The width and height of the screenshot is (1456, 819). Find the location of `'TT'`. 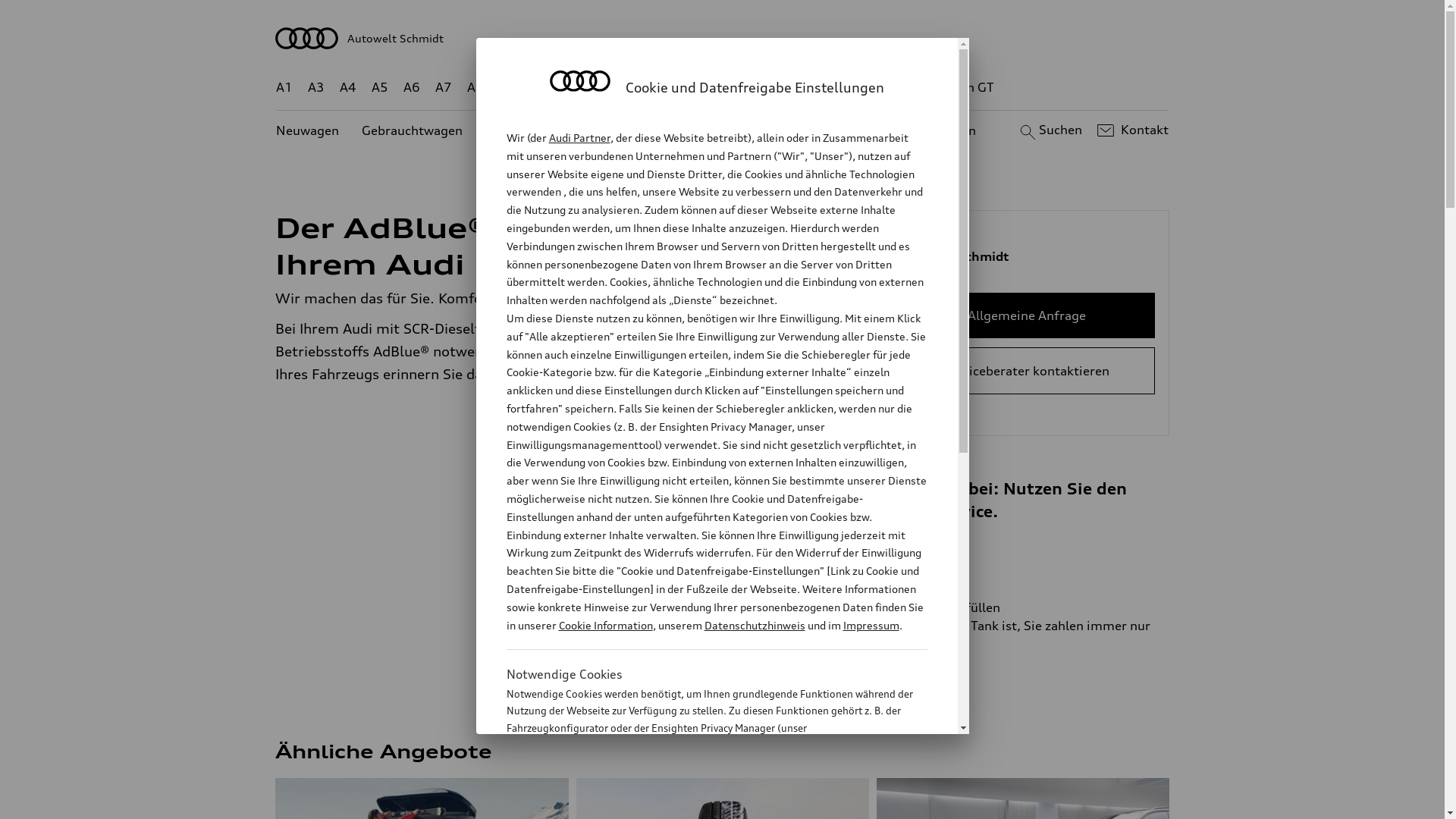

'TT' is located at coordinates (814, 87).